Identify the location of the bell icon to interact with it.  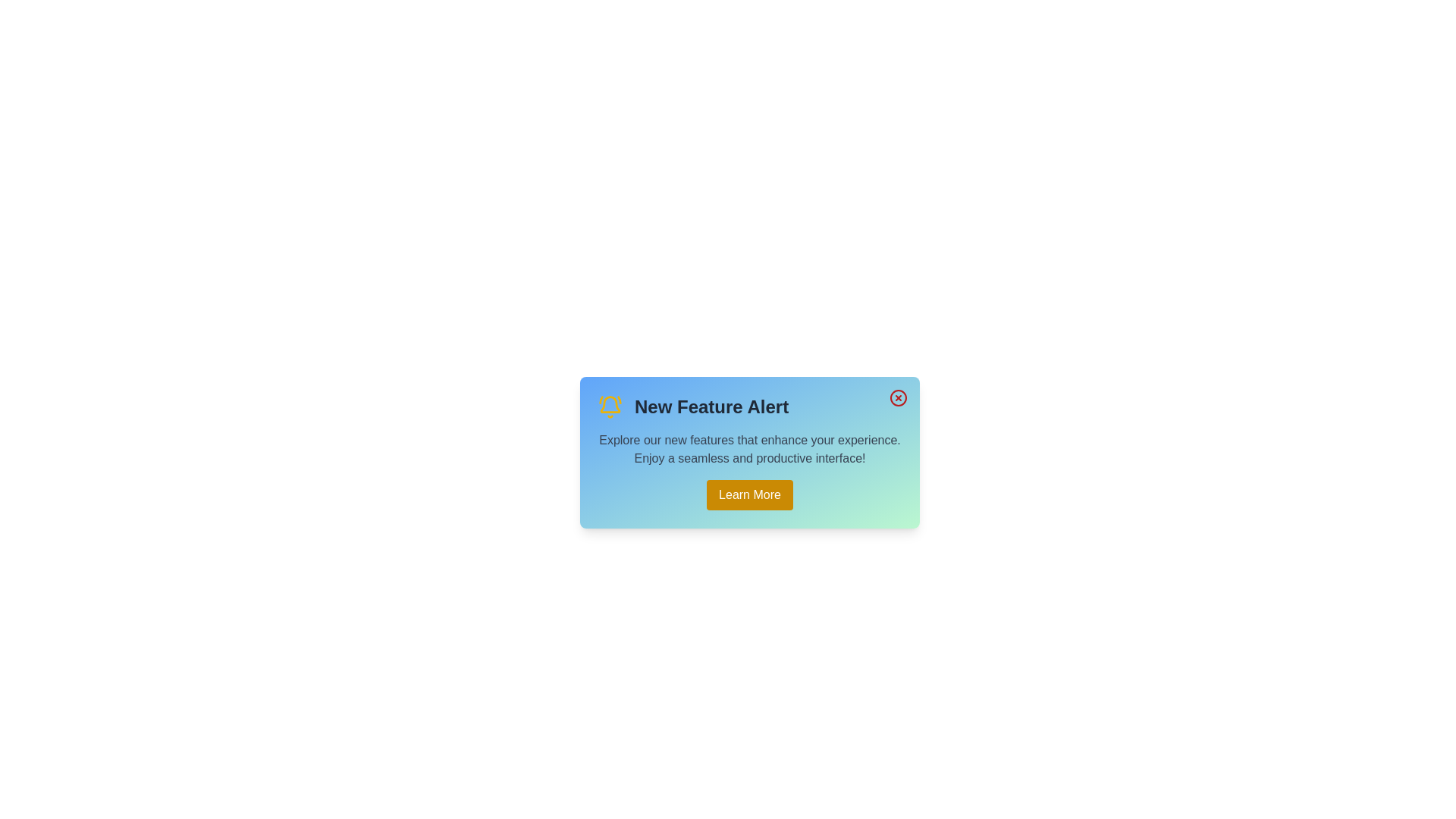
(610, 406).